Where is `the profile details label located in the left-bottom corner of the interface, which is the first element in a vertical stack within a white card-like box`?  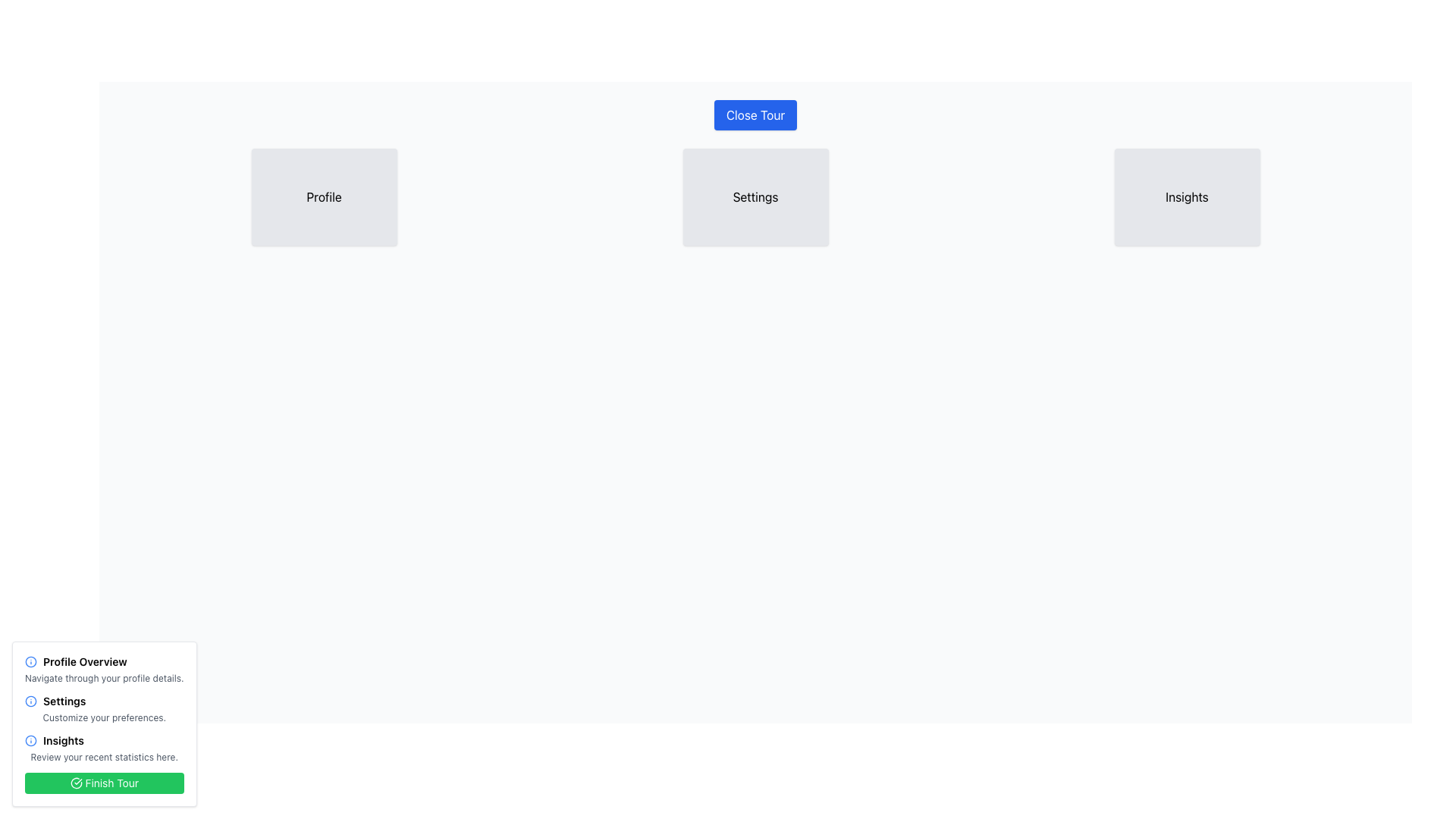 the profile details label located in the left-bottom corner of the interface, which is the first element in a vertical stack within a white card-like box is located at coordinates (103, 661).